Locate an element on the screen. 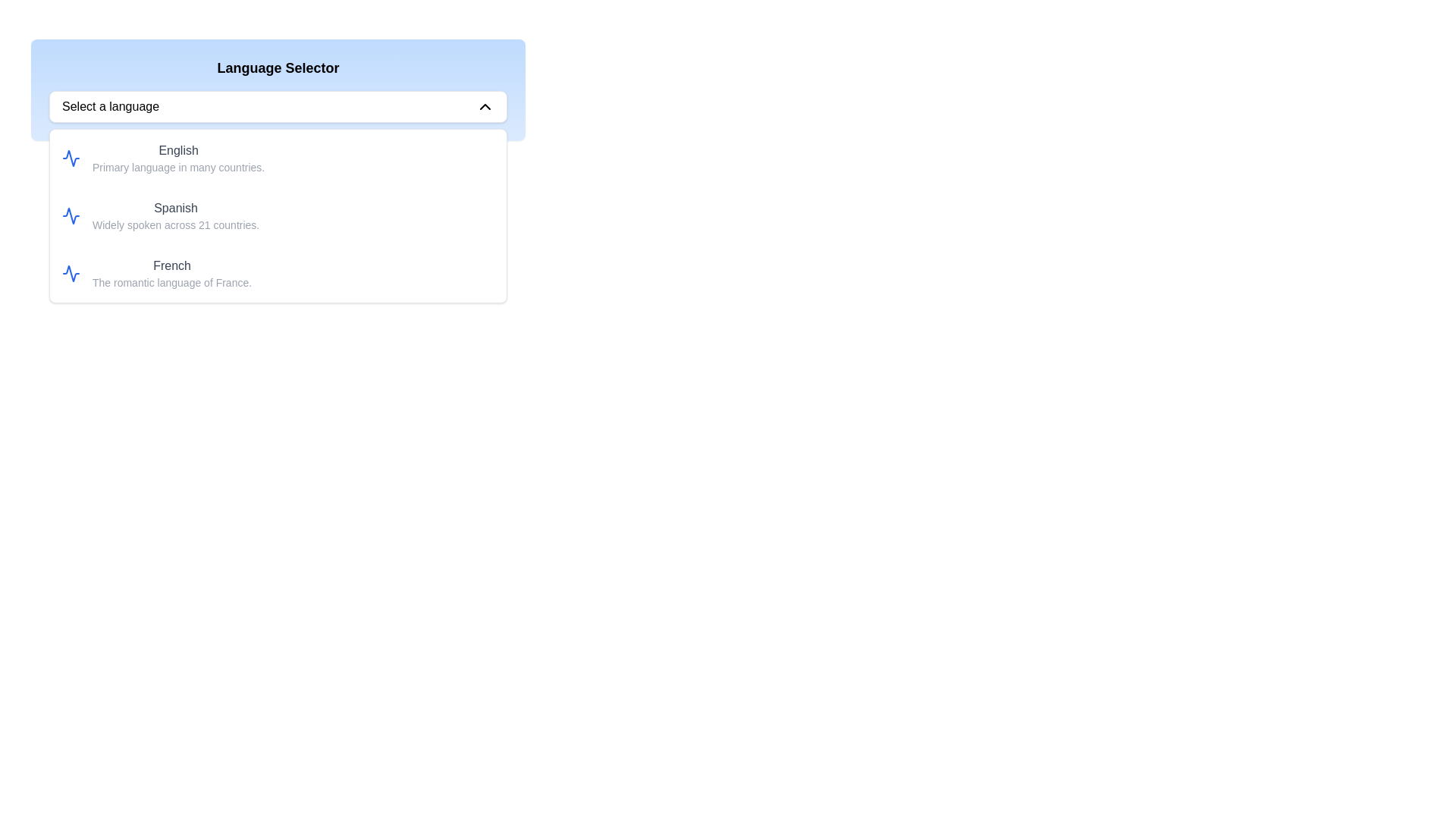 This screenshot has height=819, width=1456. the 'English' language icon located at the first position in the dropdown menu labeled 'Select a language' is located at coordinates (71, 158).